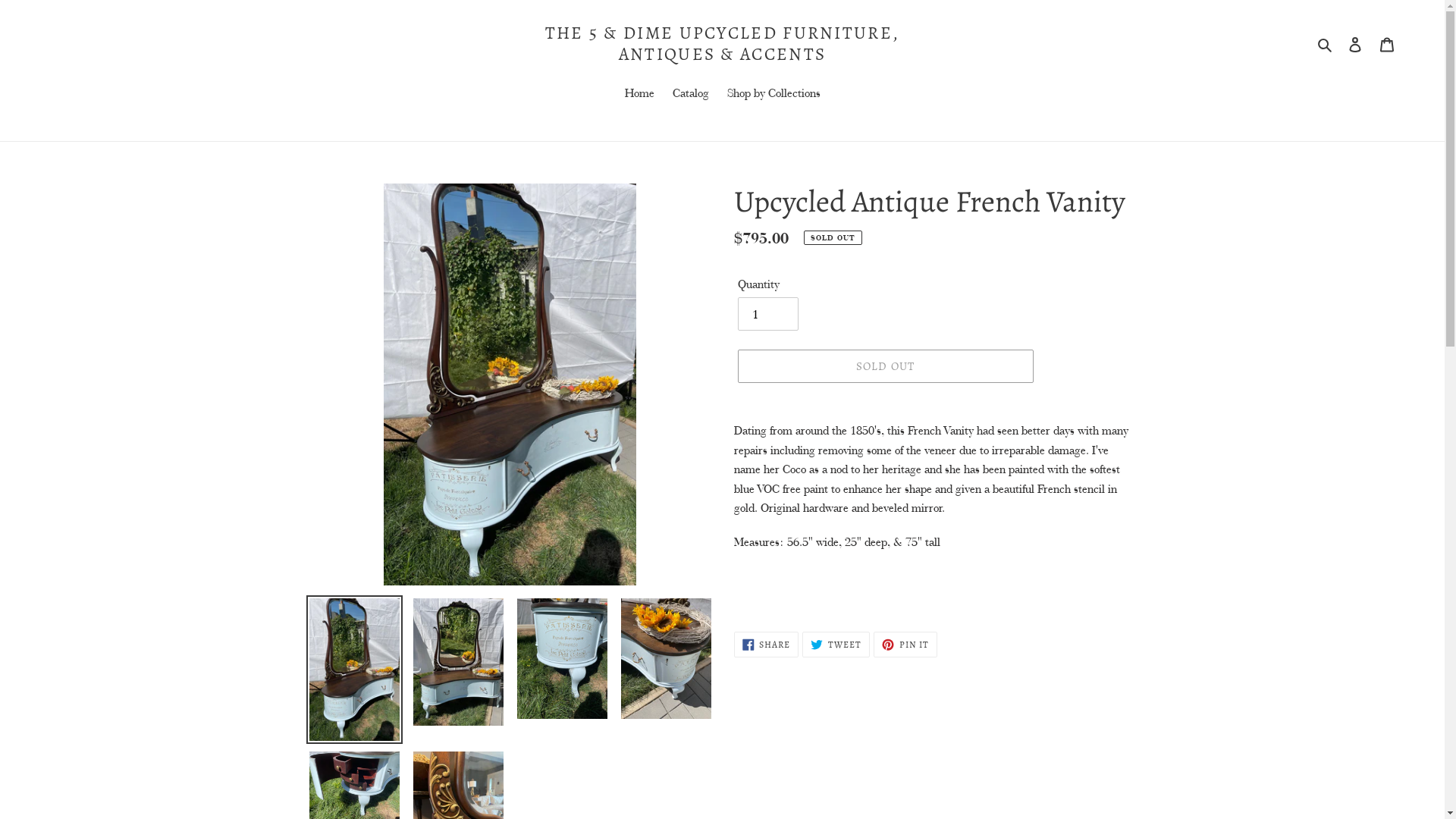 This screenshot has width=1456, height=819. I want to click on 'SHARE, so click(767, 644).